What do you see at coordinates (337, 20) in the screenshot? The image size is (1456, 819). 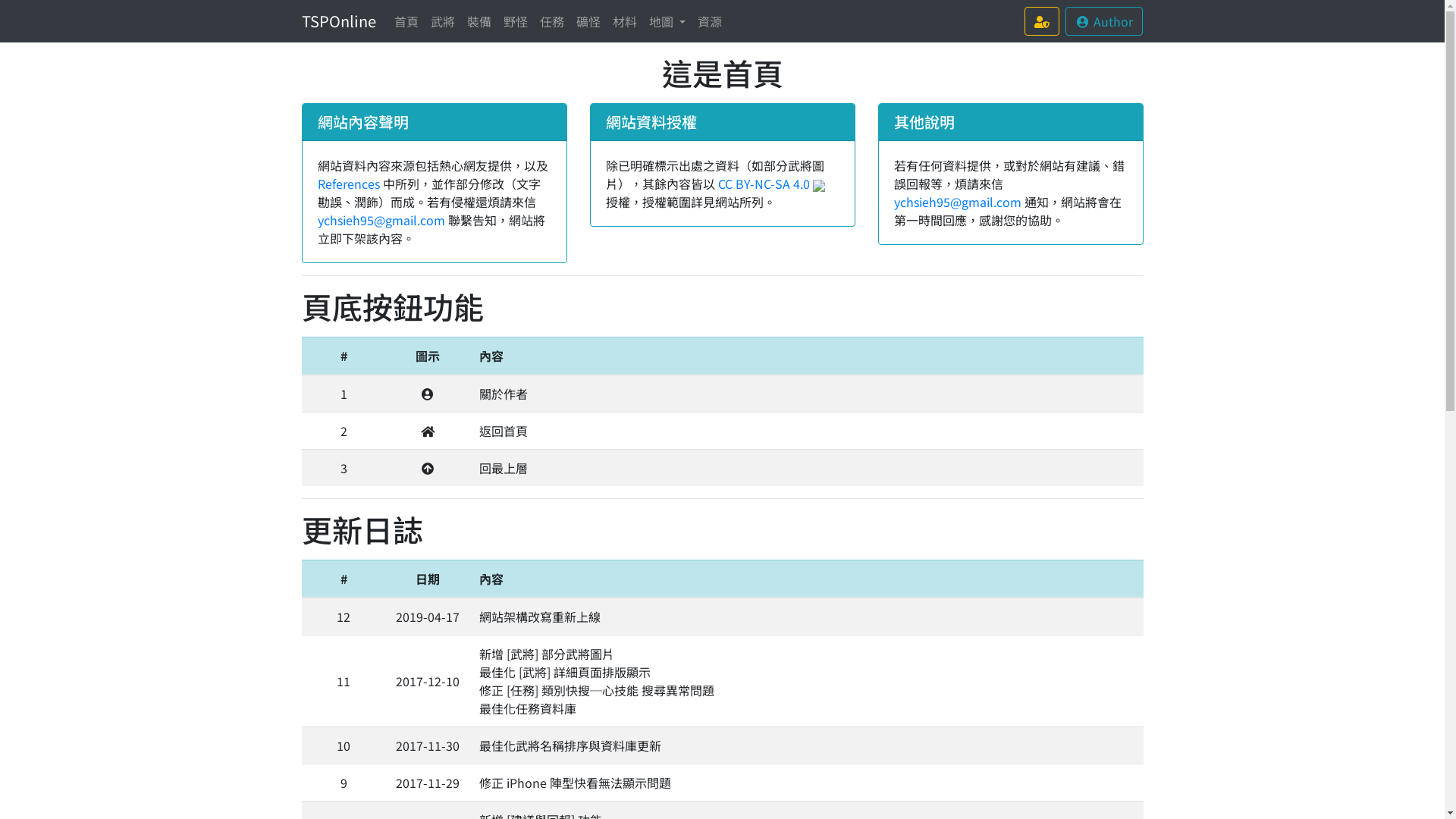 I see `'TSPOnline'` at bounding box center [337, 20].